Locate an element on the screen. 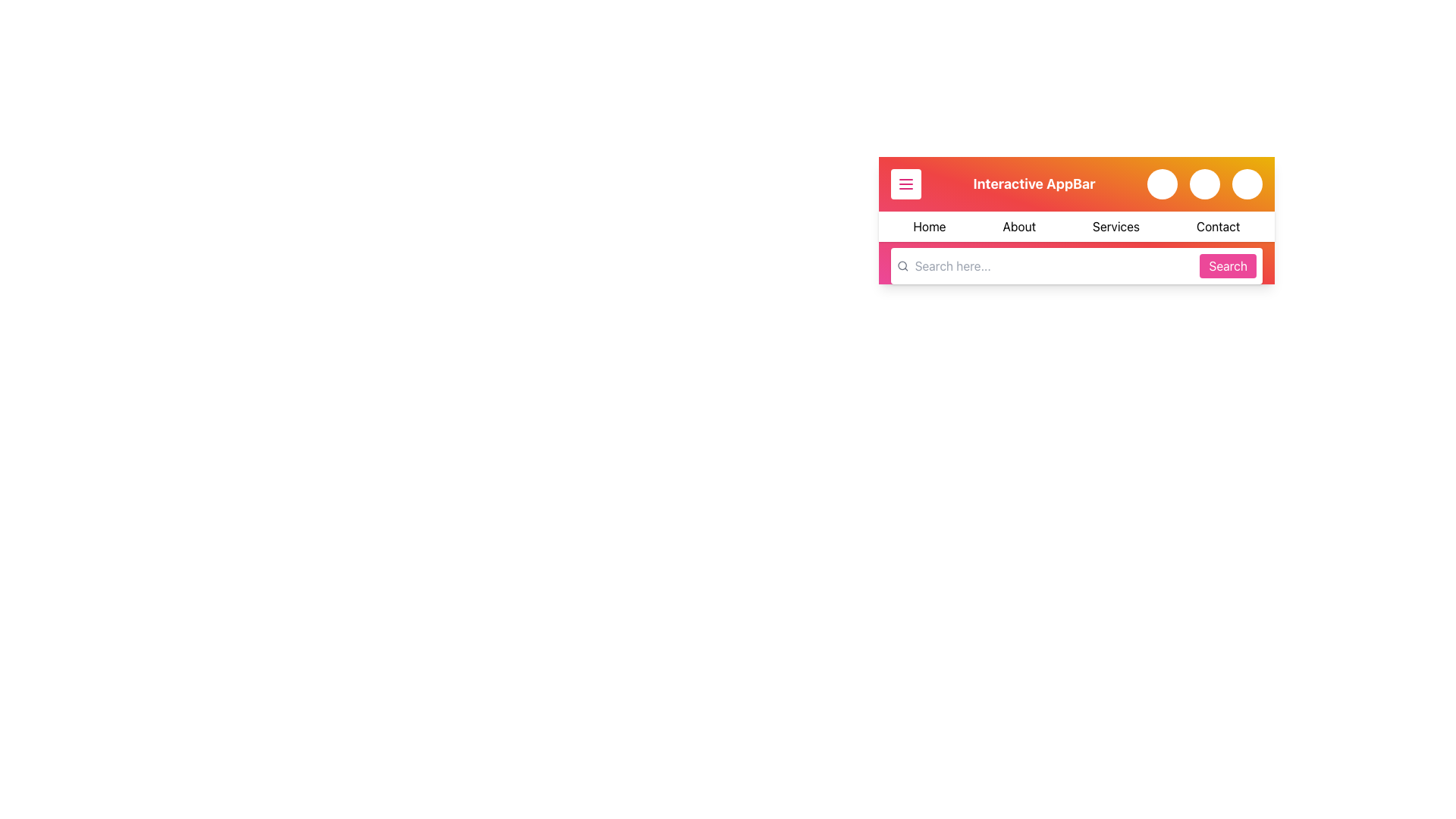 Image resolution: width=1456 pixels, height=819 pixels. the bright pink 'Search' button with white text is located at coordinates (1228, 265).